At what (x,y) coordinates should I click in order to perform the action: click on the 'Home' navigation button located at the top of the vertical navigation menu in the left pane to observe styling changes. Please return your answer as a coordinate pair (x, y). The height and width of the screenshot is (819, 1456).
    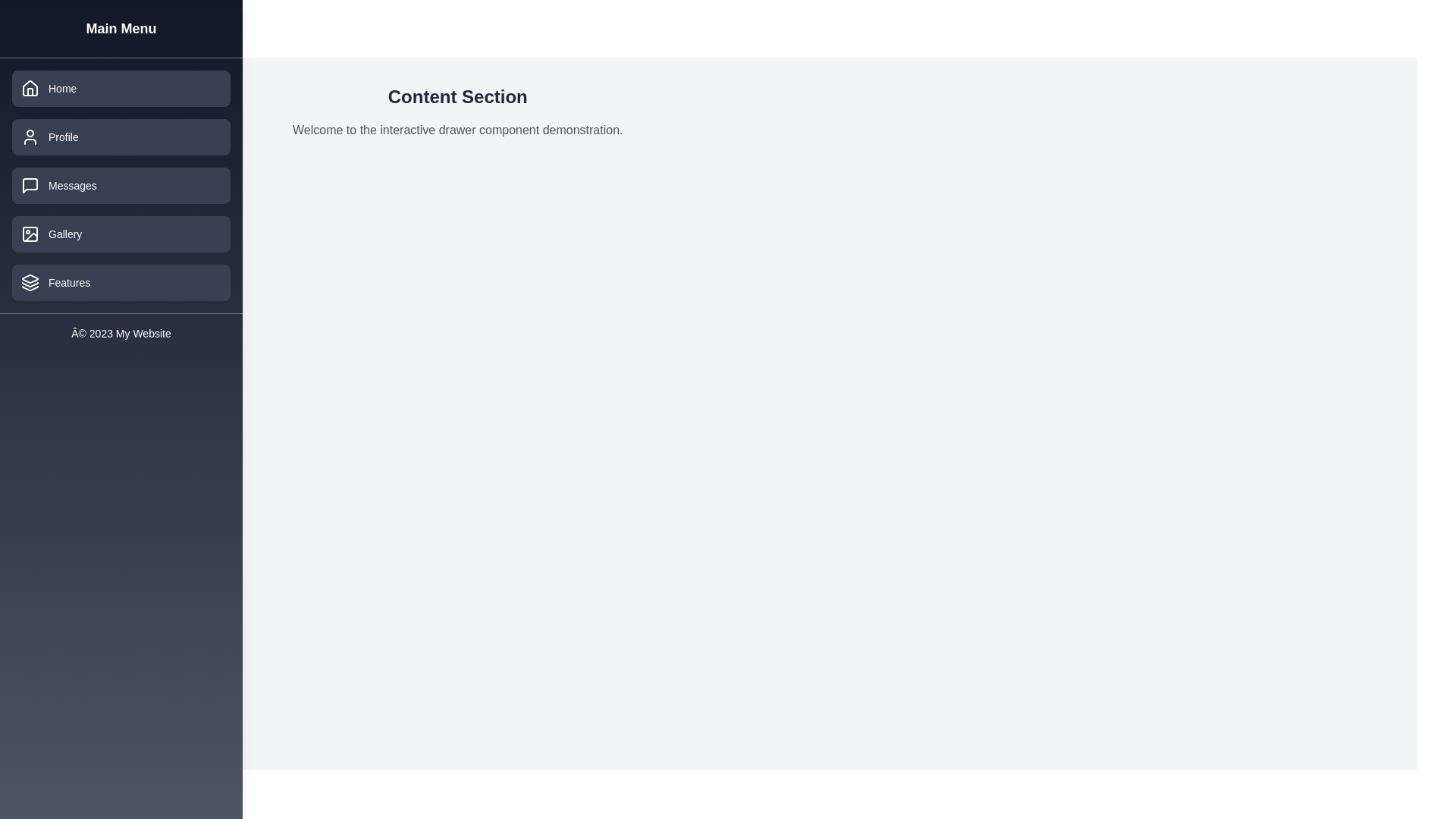
    Looking at the image, I should click on (120, 88).